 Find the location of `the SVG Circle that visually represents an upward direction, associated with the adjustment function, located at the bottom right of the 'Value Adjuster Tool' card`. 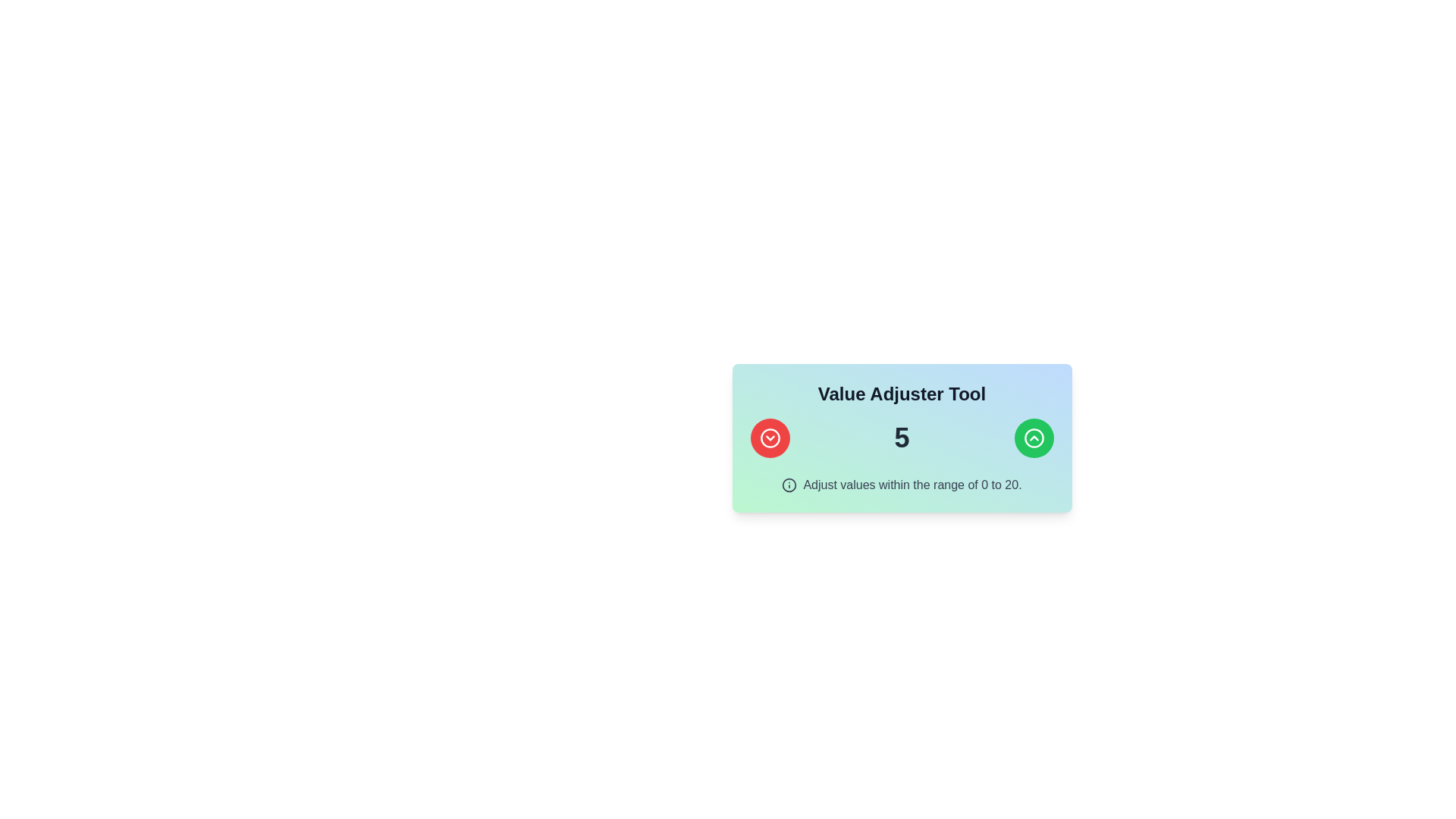

the SVG Circle that visually represents an upward direction, associated with the adjustment function, located at the bottom right of the 'Value Adjuster Tool' card is located at coordinates (1033, 438).